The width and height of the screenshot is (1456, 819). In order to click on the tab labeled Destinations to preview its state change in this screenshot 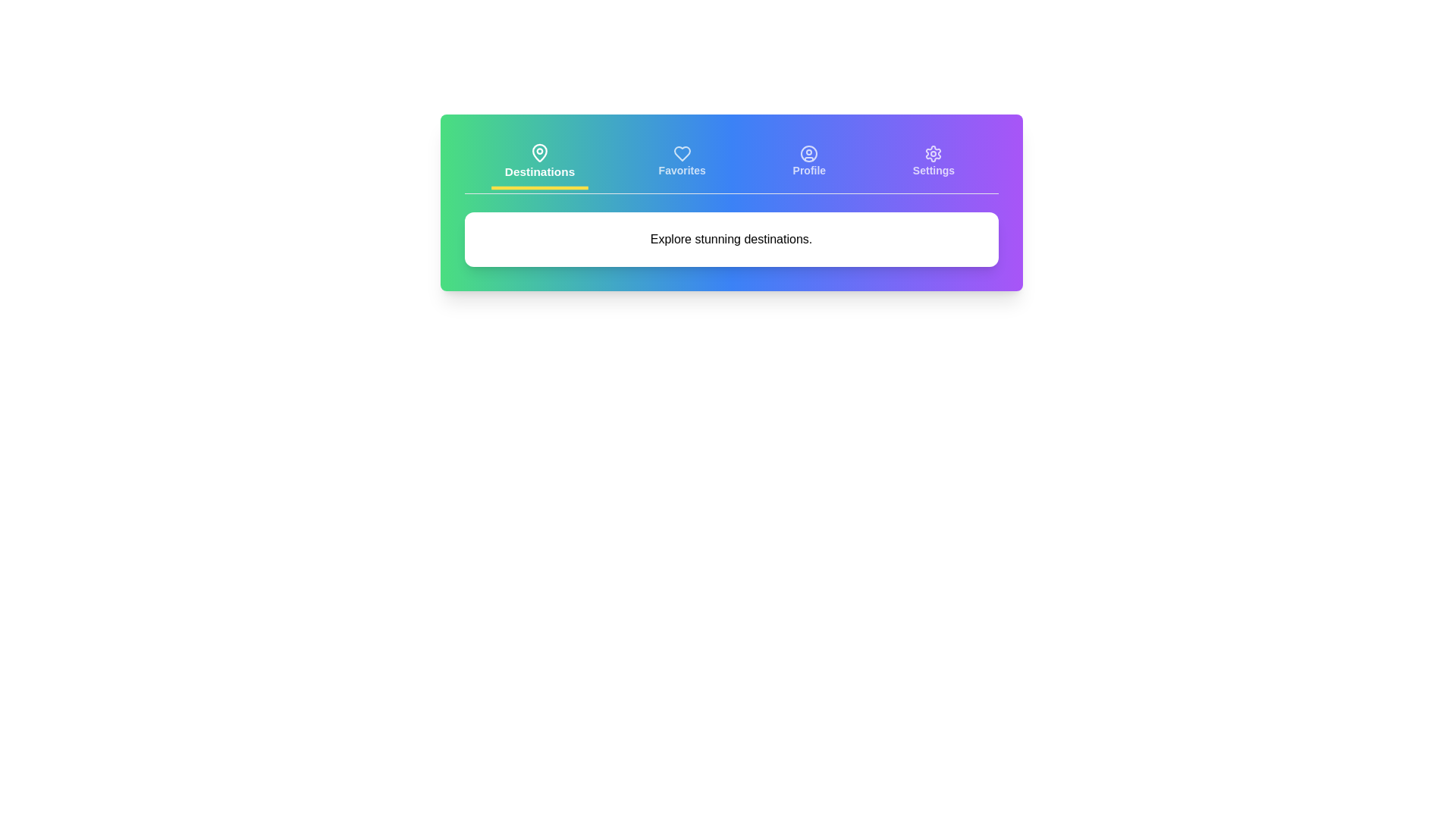, I will do `click(539, 163)`.